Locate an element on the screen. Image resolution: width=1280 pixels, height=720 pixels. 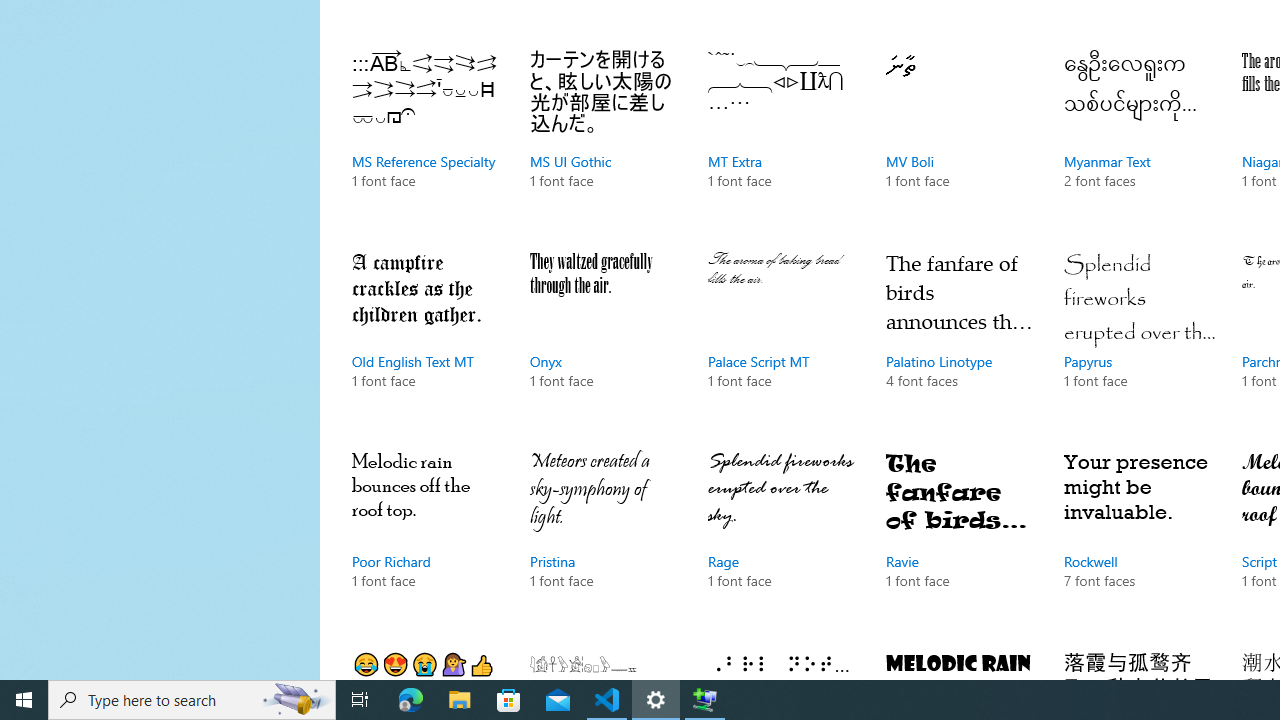
'Extensible Wizards Host Process - 1 running window' is located at coordinates (705, 698).